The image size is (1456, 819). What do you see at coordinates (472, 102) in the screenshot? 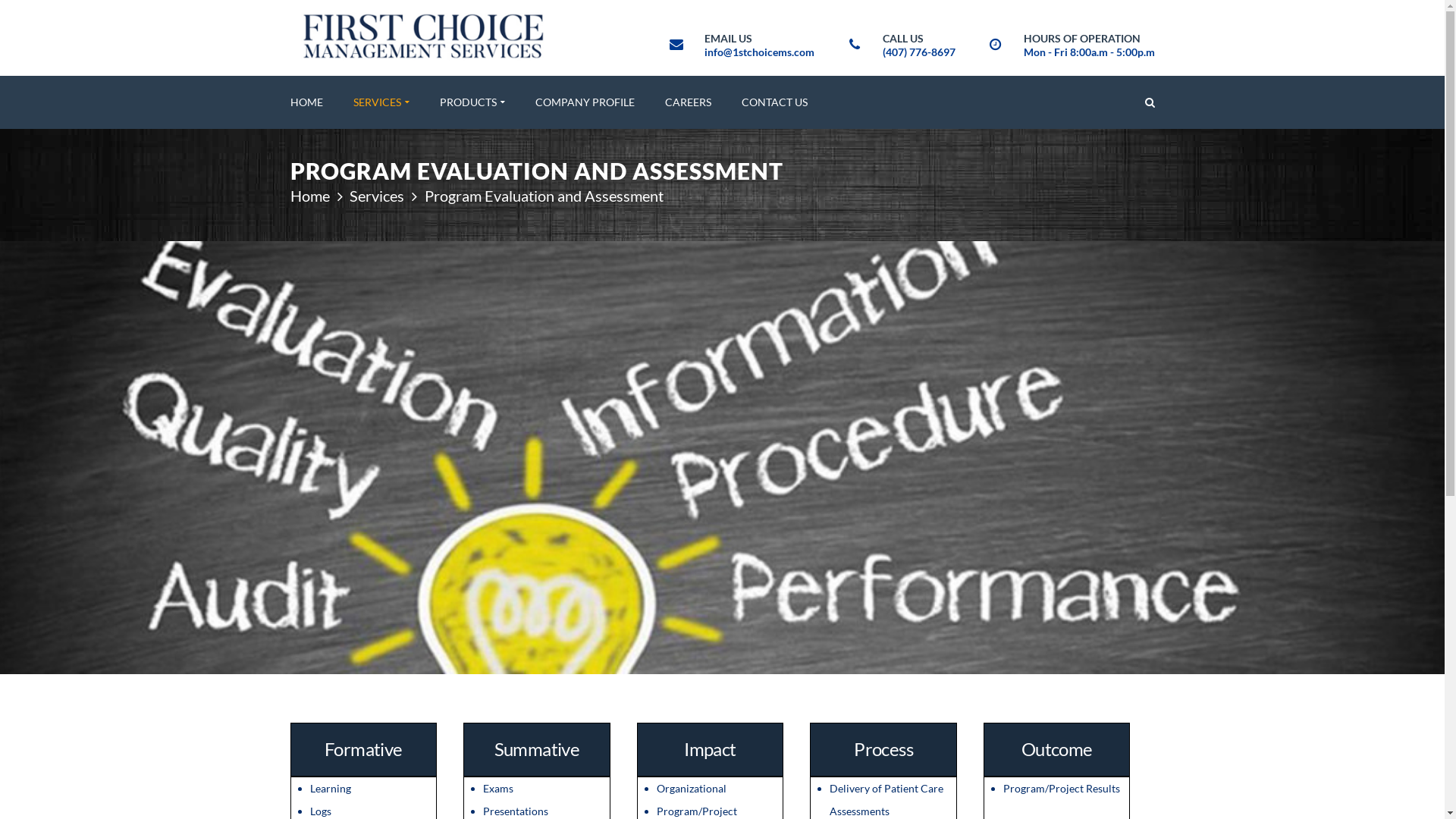
I see `'PRODUCTS'` at bounding box center [472, 102].